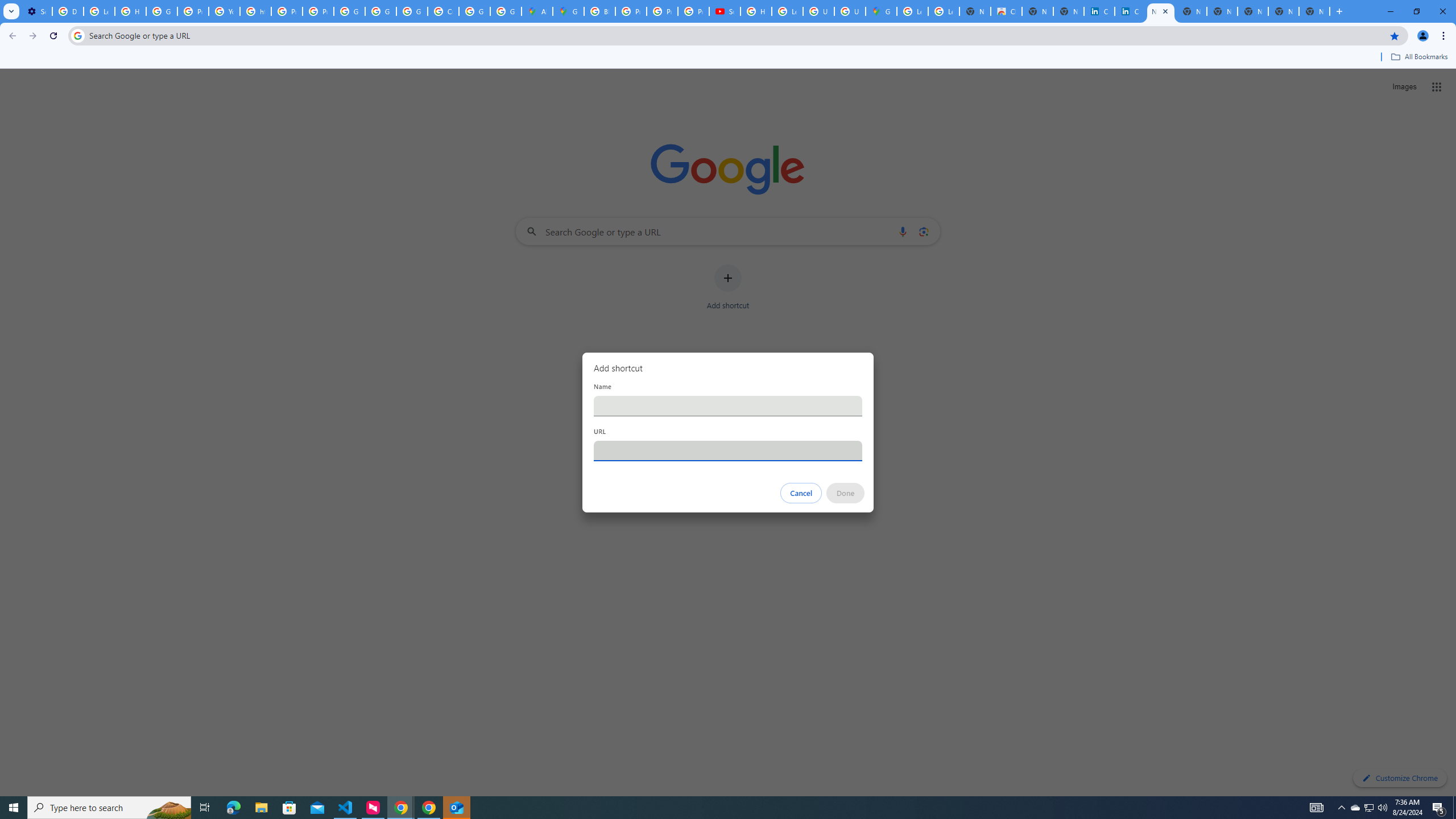 This screenshot has height=819, width=1456. Describe the element at coordinates (442, 11) in the screenshot. I see `'Create your Google Account'` at that location.